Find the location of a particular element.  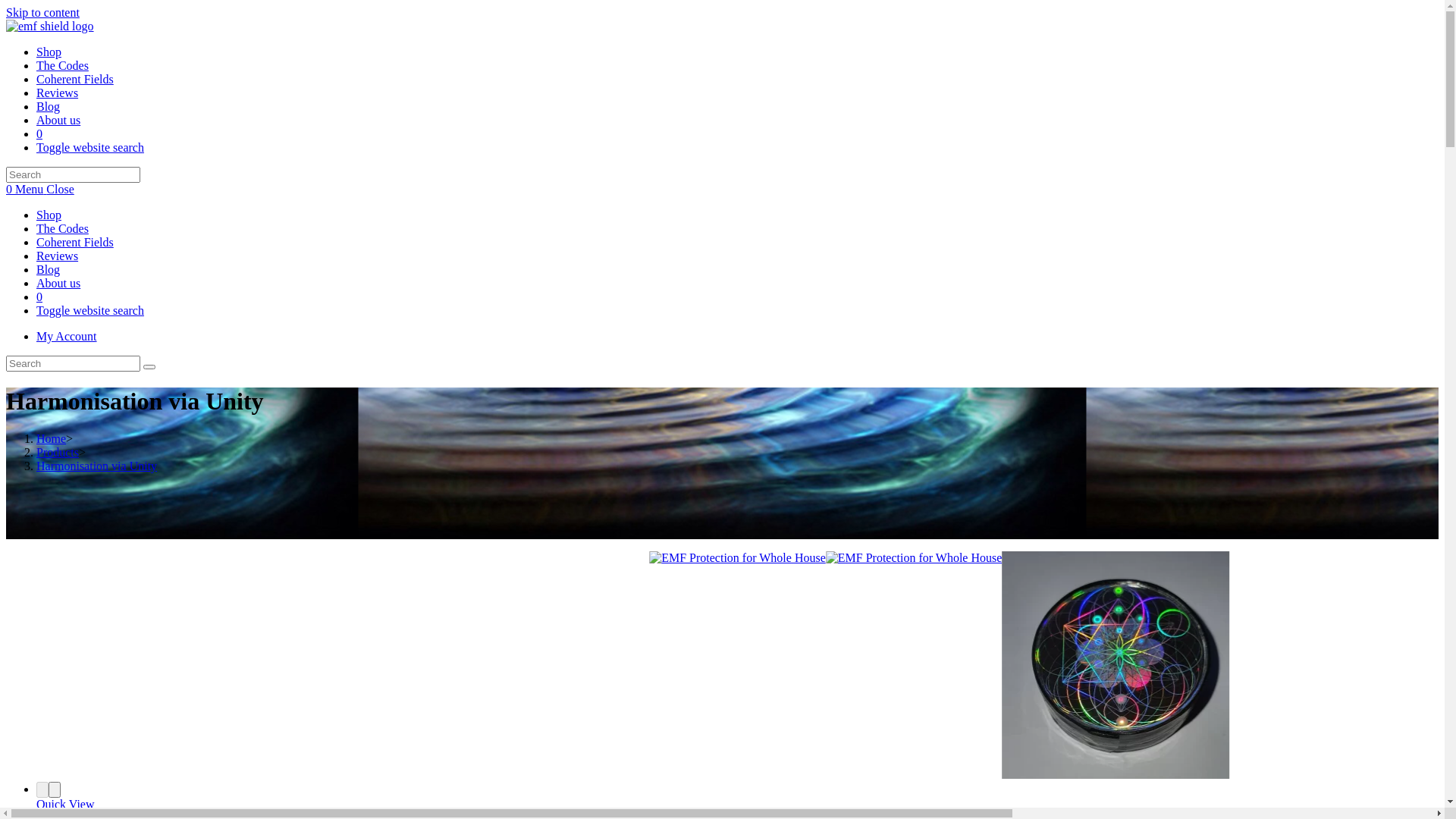

'0' is located at coordinates (39, 133).